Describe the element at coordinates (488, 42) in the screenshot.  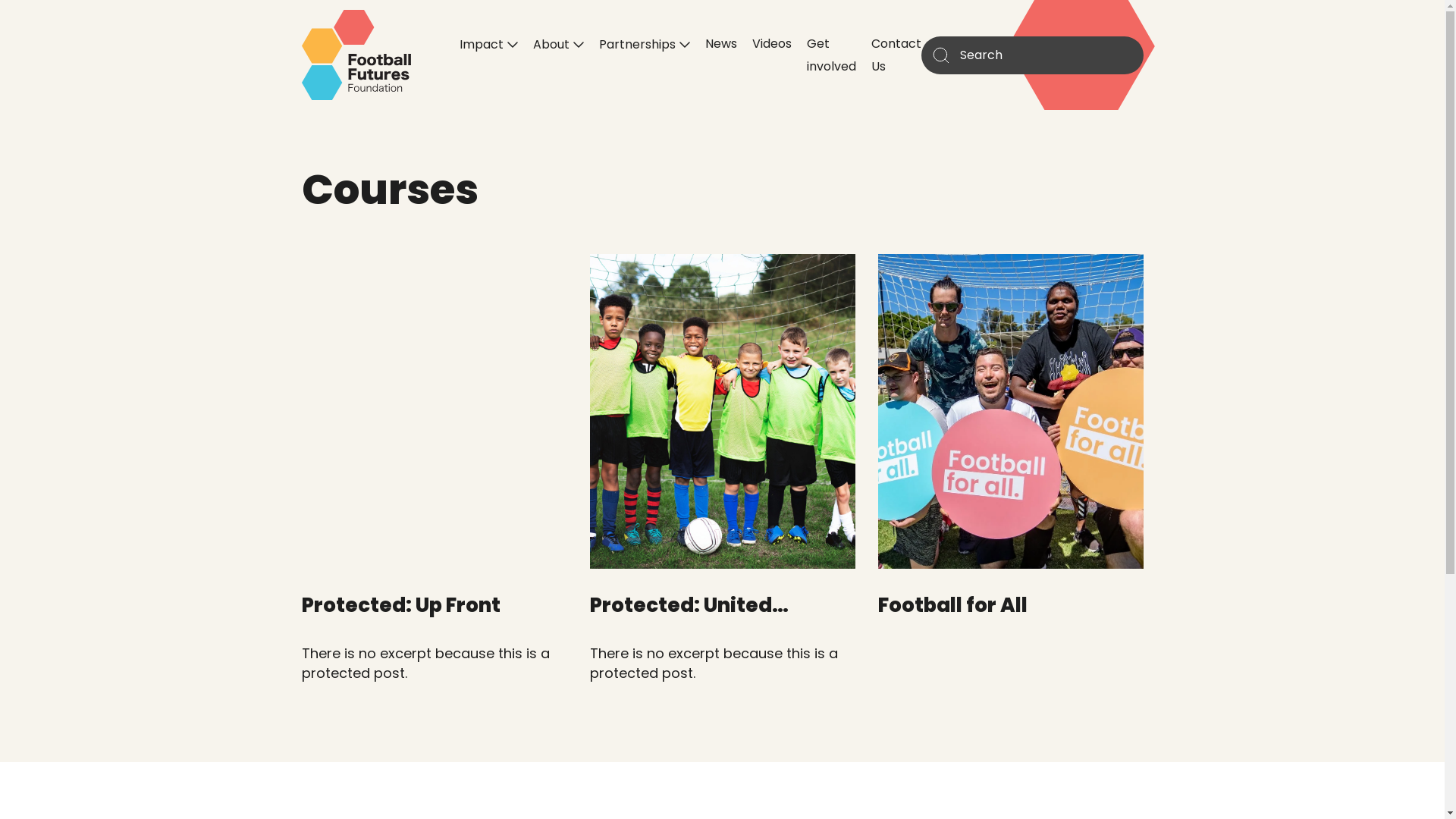
I see `'Impact'` at that location.